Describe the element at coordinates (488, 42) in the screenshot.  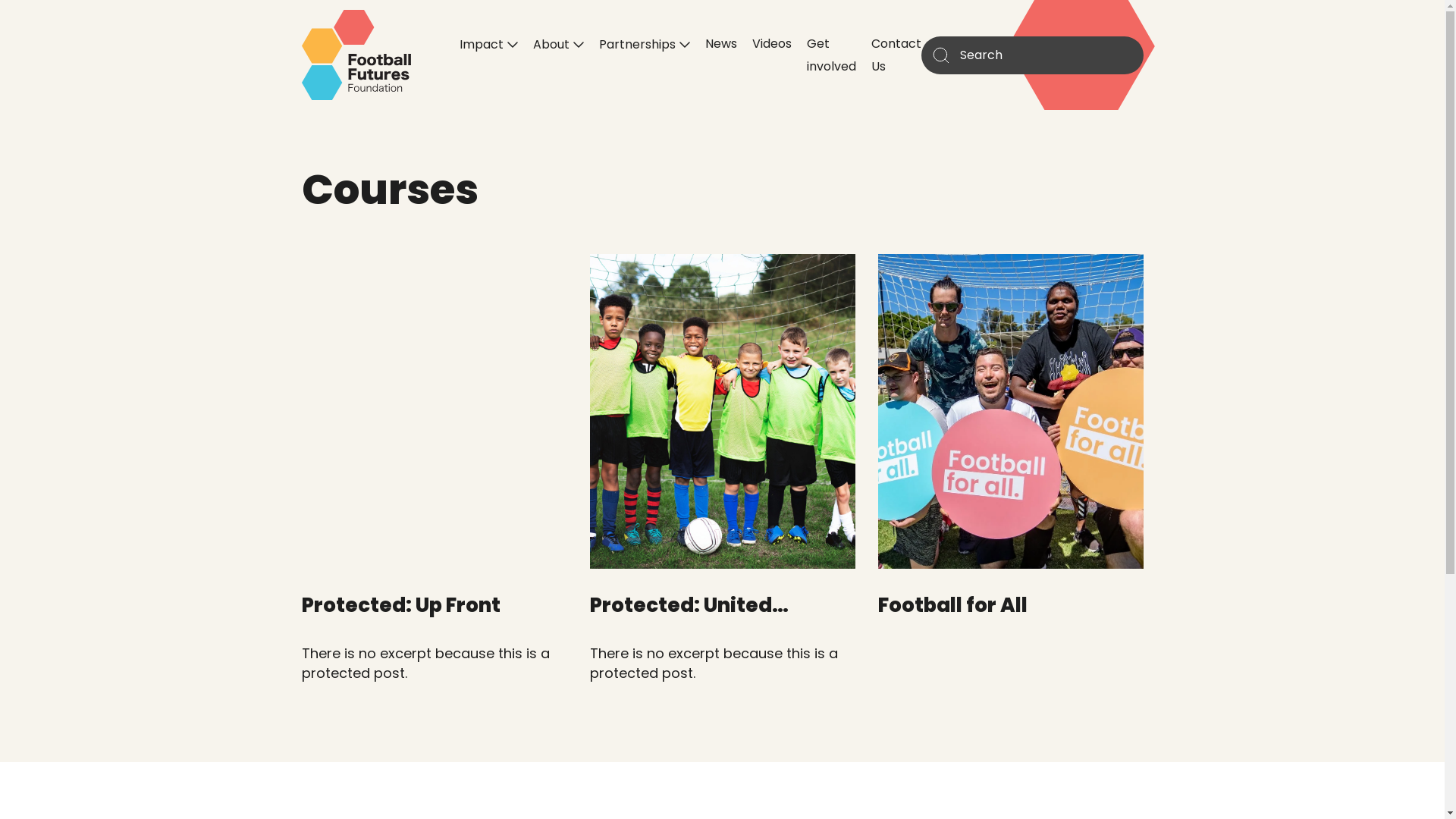
I see `'Impact'` at that location.